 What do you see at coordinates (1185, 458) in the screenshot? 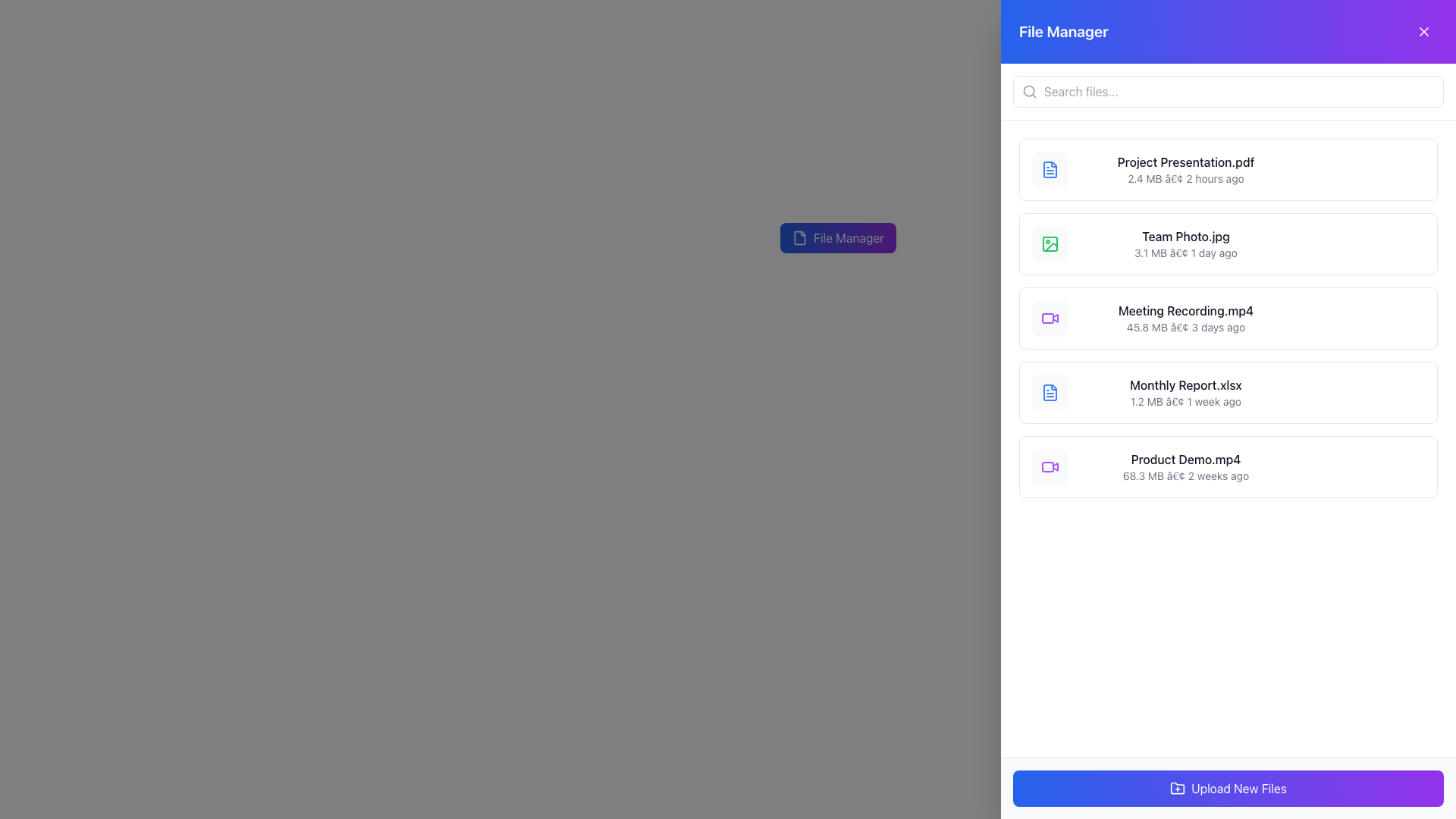
I see `on the text label displaying the name of the file located at the bottom section of the vertically stacked list` at bounding box center [1185, 458].